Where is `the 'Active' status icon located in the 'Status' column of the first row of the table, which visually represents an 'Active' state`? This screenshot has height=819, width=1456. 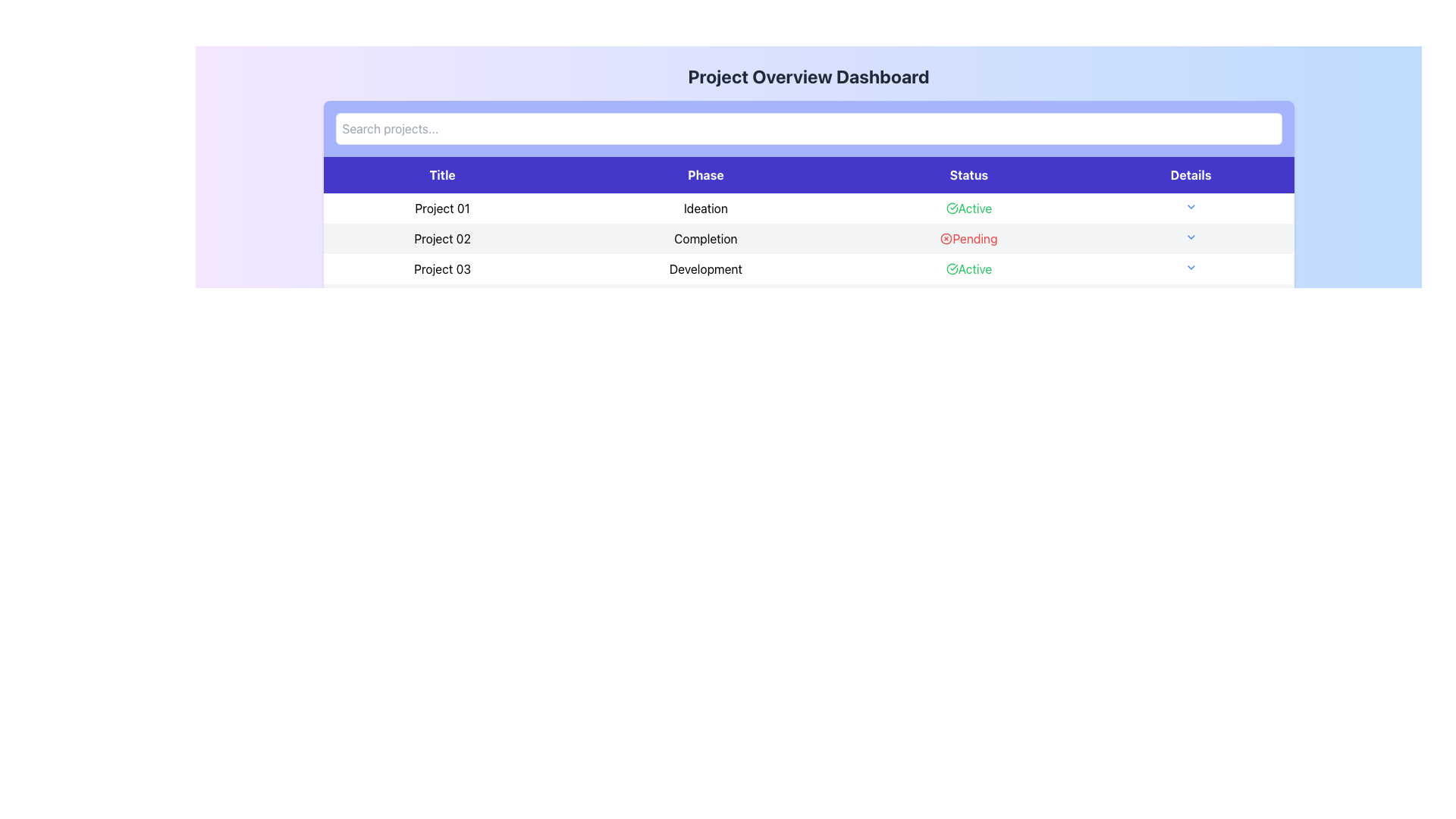
the 'Active' status icon located in the 'Status' column of the first row of the table, which visually represents an 'Active' state is located at coordinates (951, 208).